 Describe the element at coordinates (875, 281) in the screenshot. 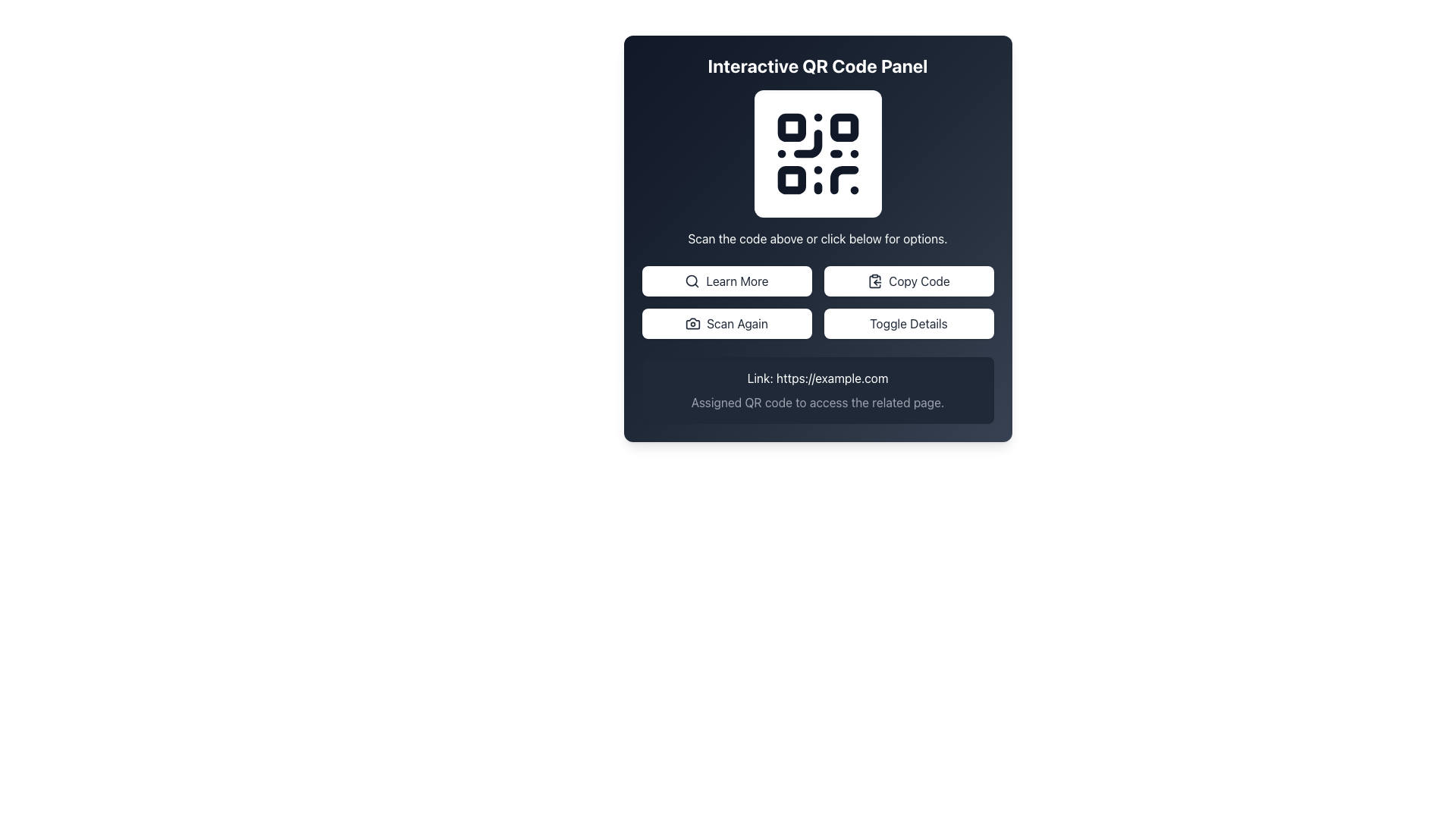

I see `the 'Copy Code' button which contains a small clipboard icon to initiate the copy action` at that location.